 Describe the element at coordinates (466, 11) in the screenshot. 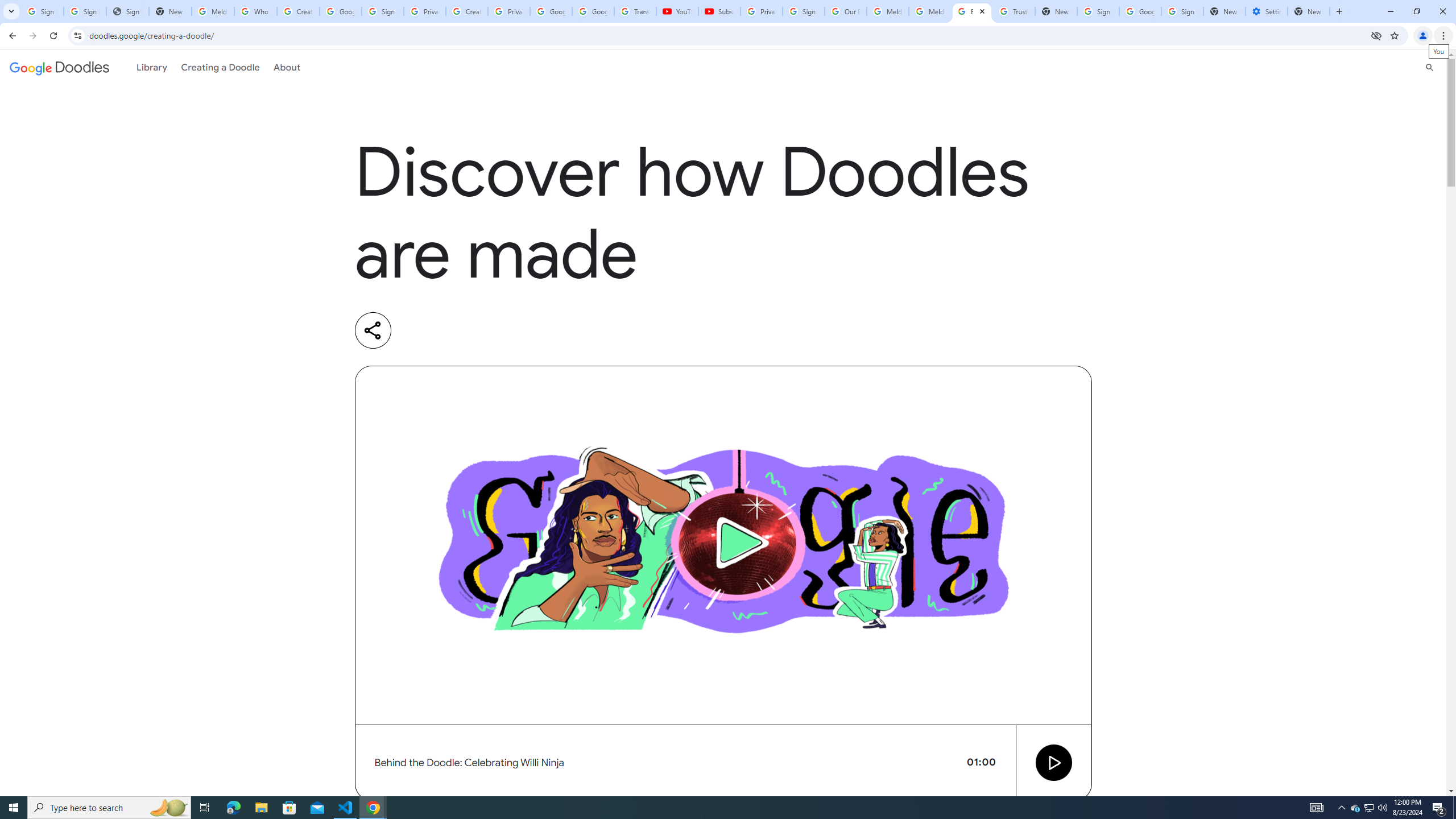

I see `'Create your Google Account'` at that location.